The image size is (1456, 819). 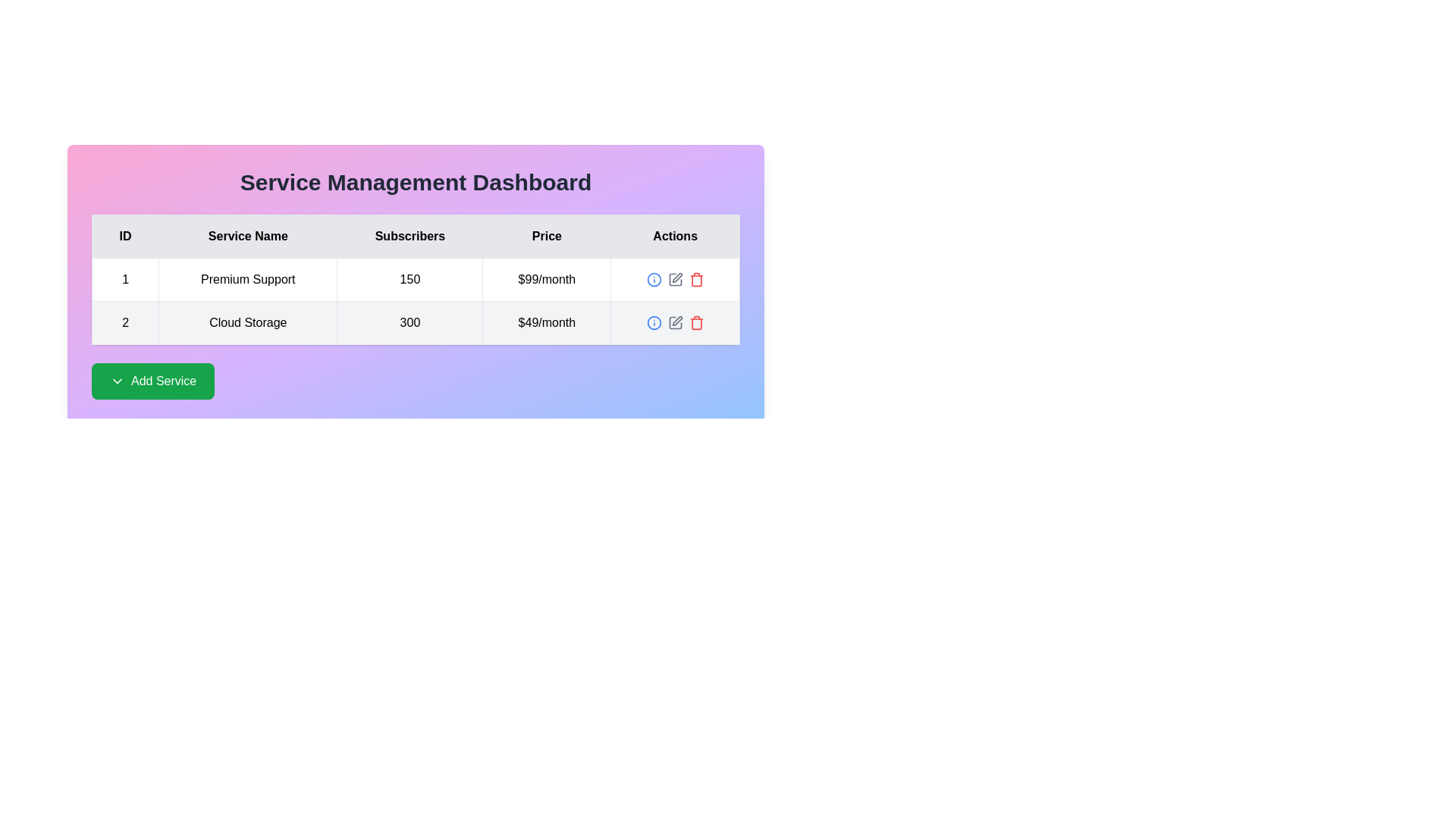 I want to click on the table cell displaying 'Cloud Storage' which is in the second row of the 'Service Name' column, so click(x=248, y=322).